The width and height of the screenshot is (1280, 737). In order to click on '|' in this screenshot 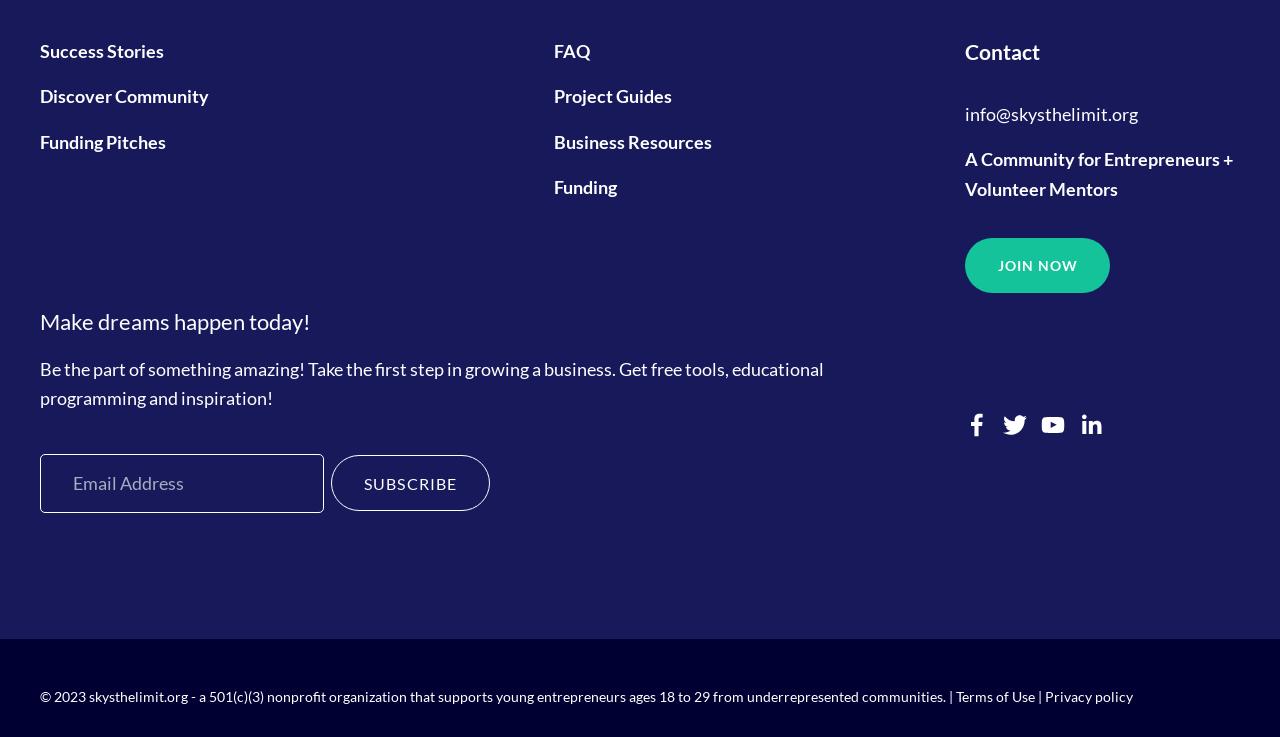, I will do `click(1033, 695)`.